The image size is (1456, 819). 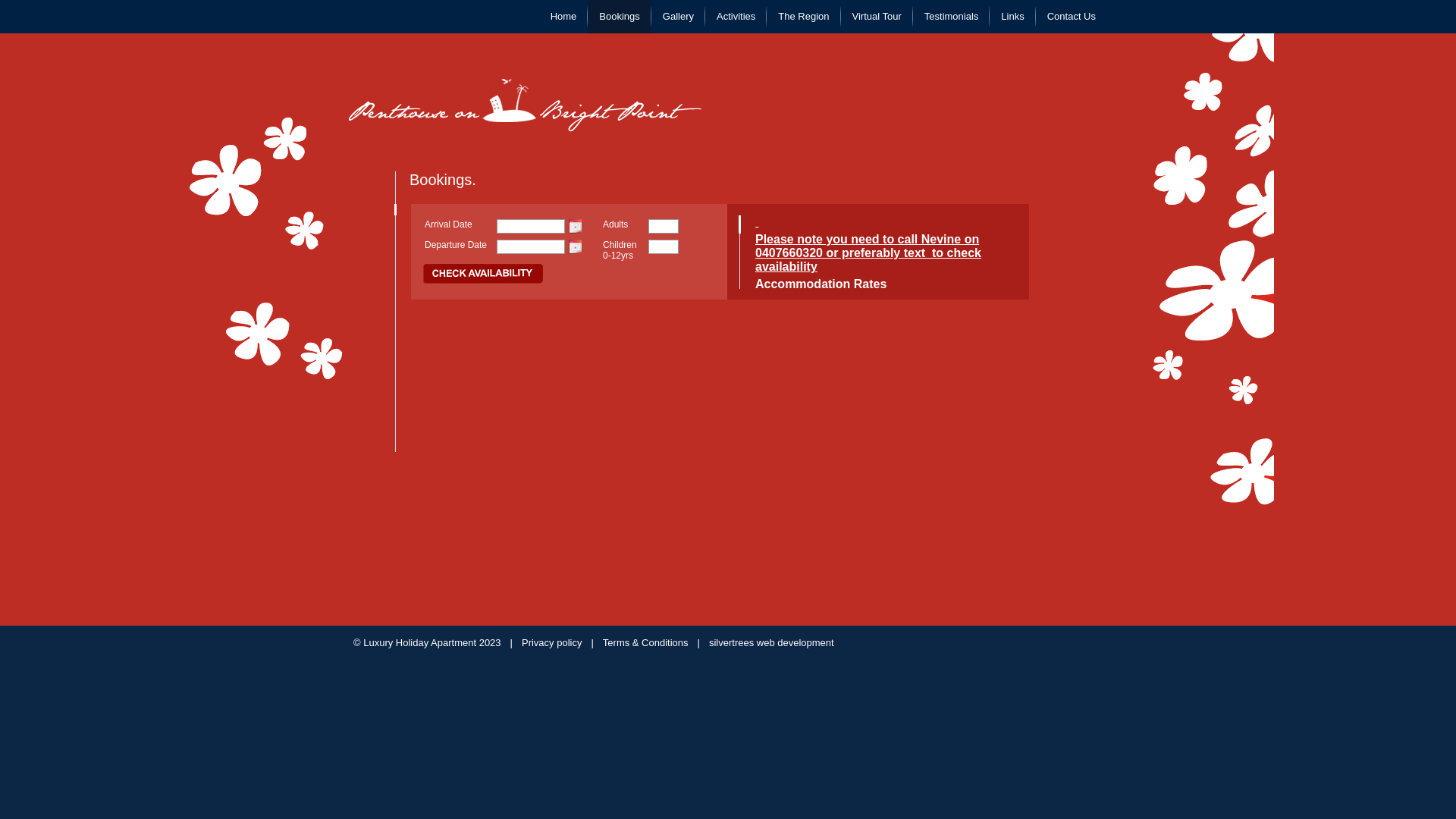 I want to click on 'Gallery', so click(x=677, y=17).